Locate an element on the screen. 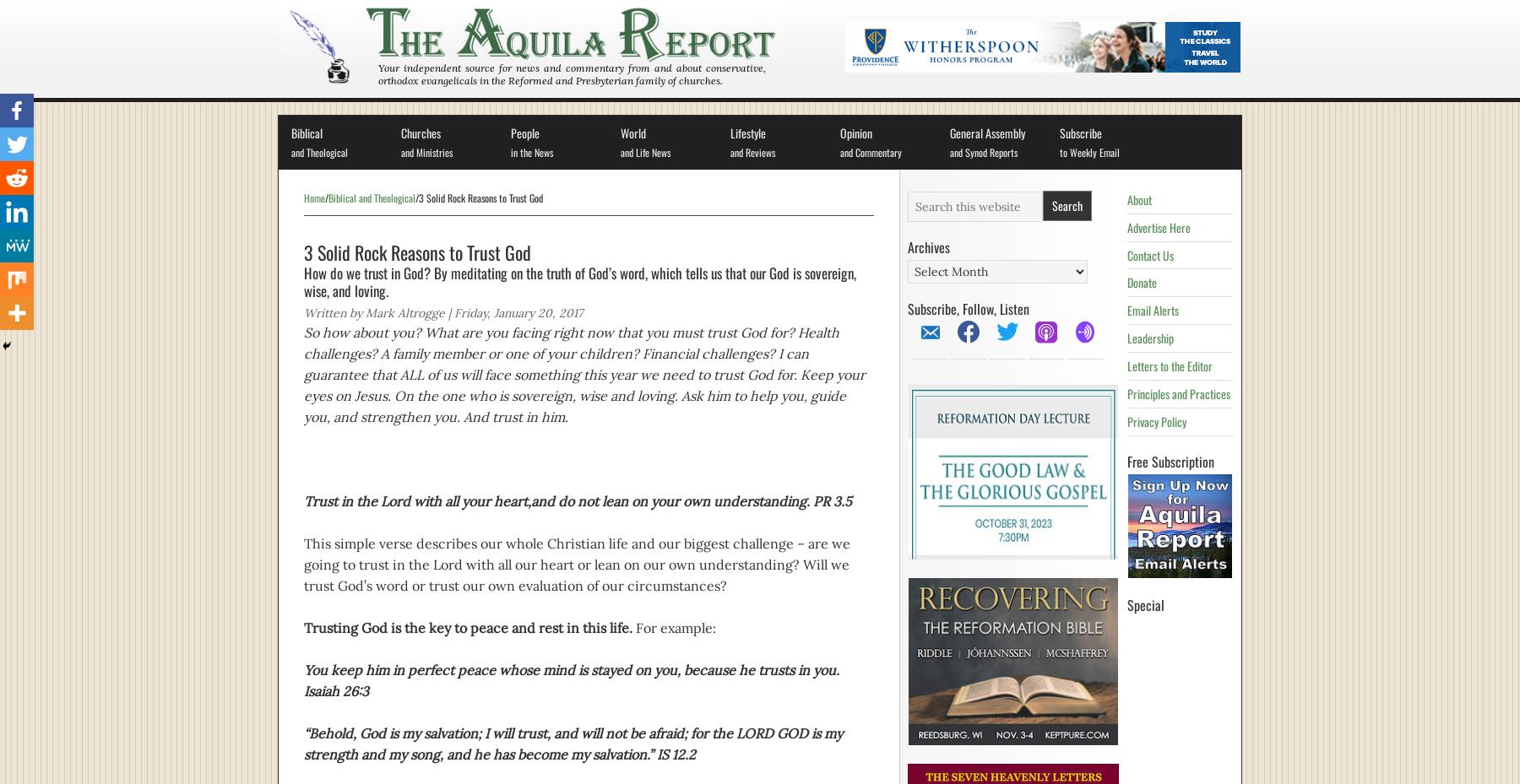  'and do not lean on your own understanding. PR 3.5' is located at coordinates (530, 500).